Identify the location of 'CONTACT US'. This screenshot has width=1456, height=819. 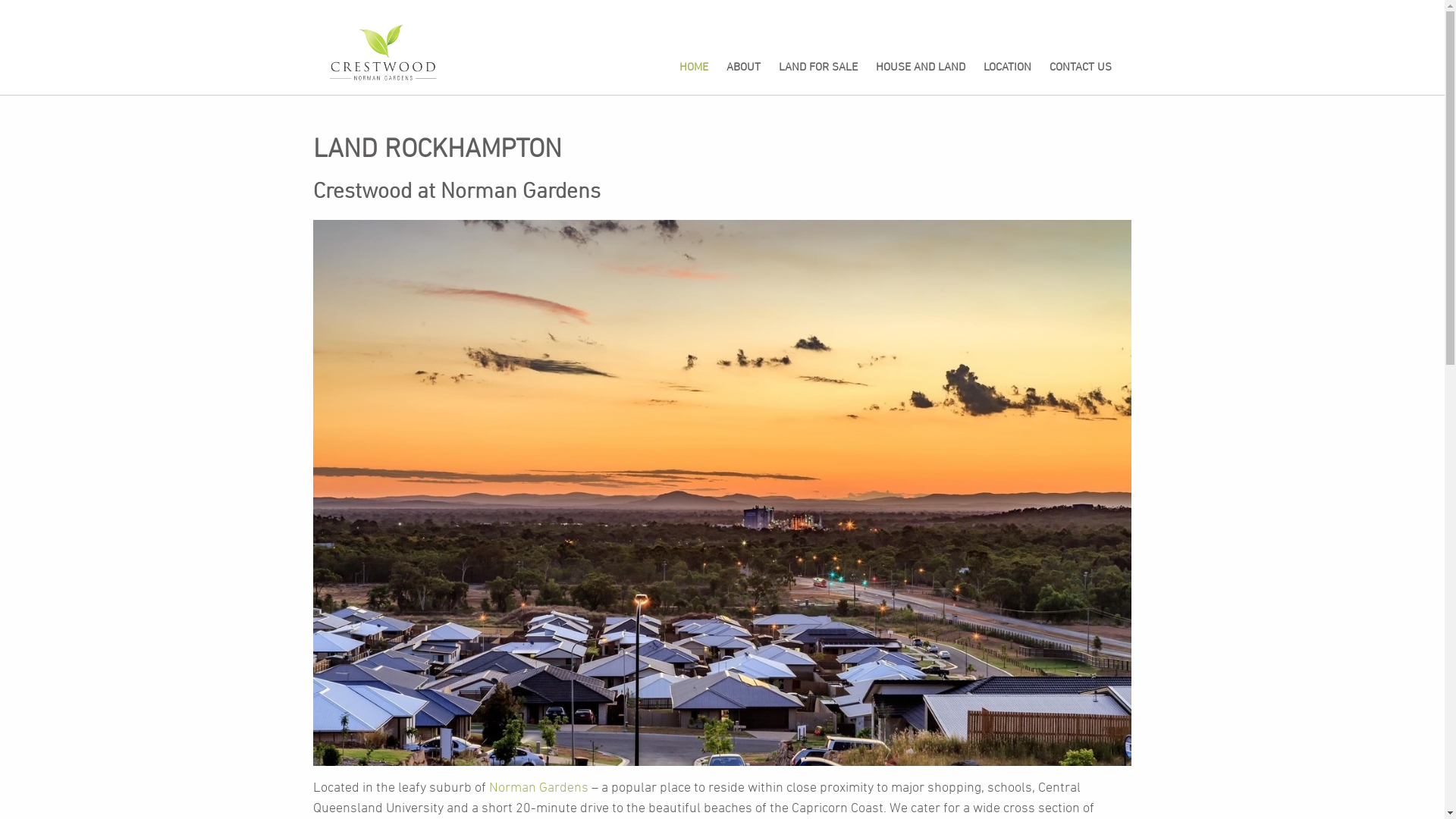
(1080, 67).